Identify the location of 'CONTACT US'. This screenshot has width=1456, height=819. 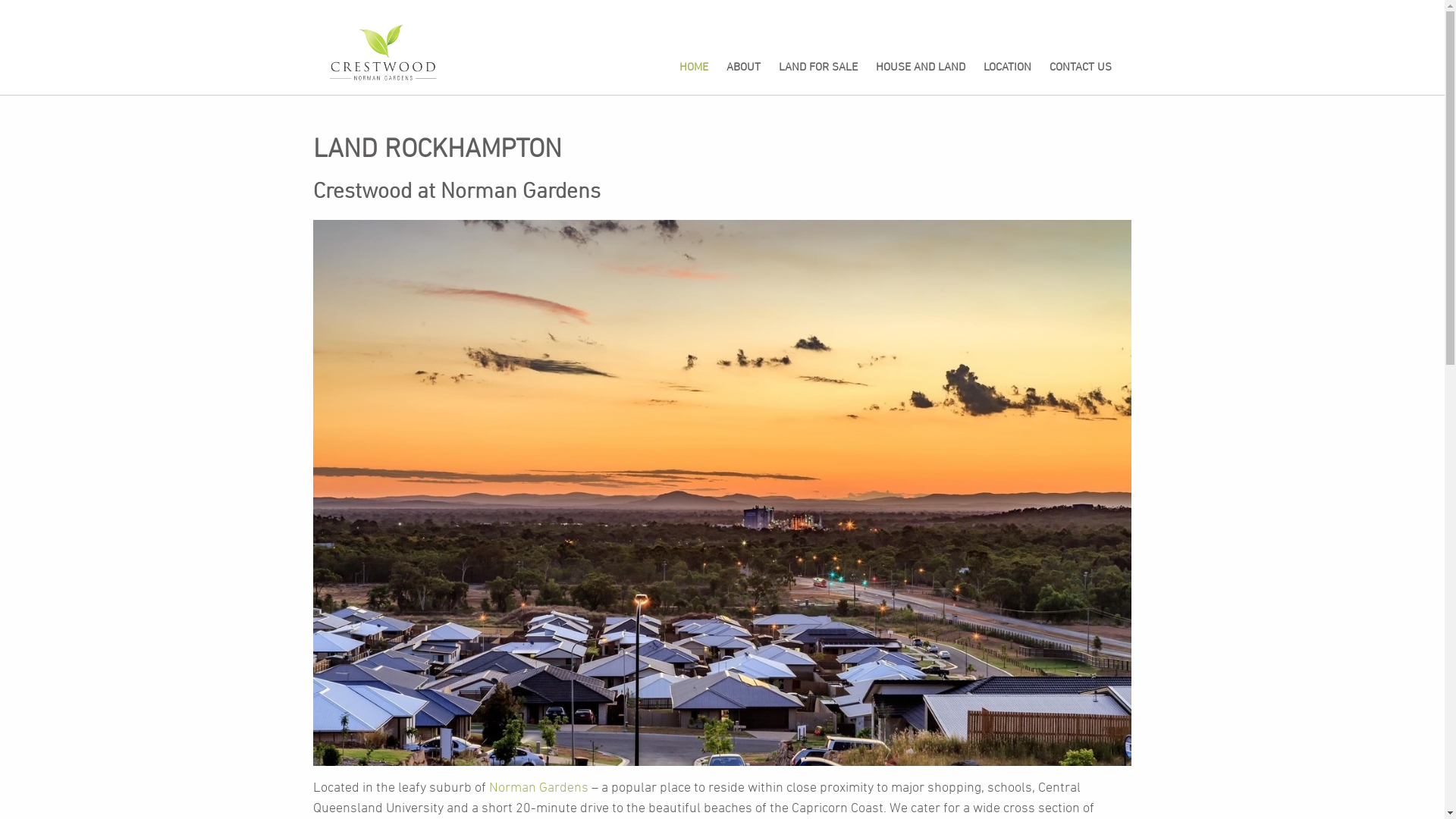
(1080, 67).